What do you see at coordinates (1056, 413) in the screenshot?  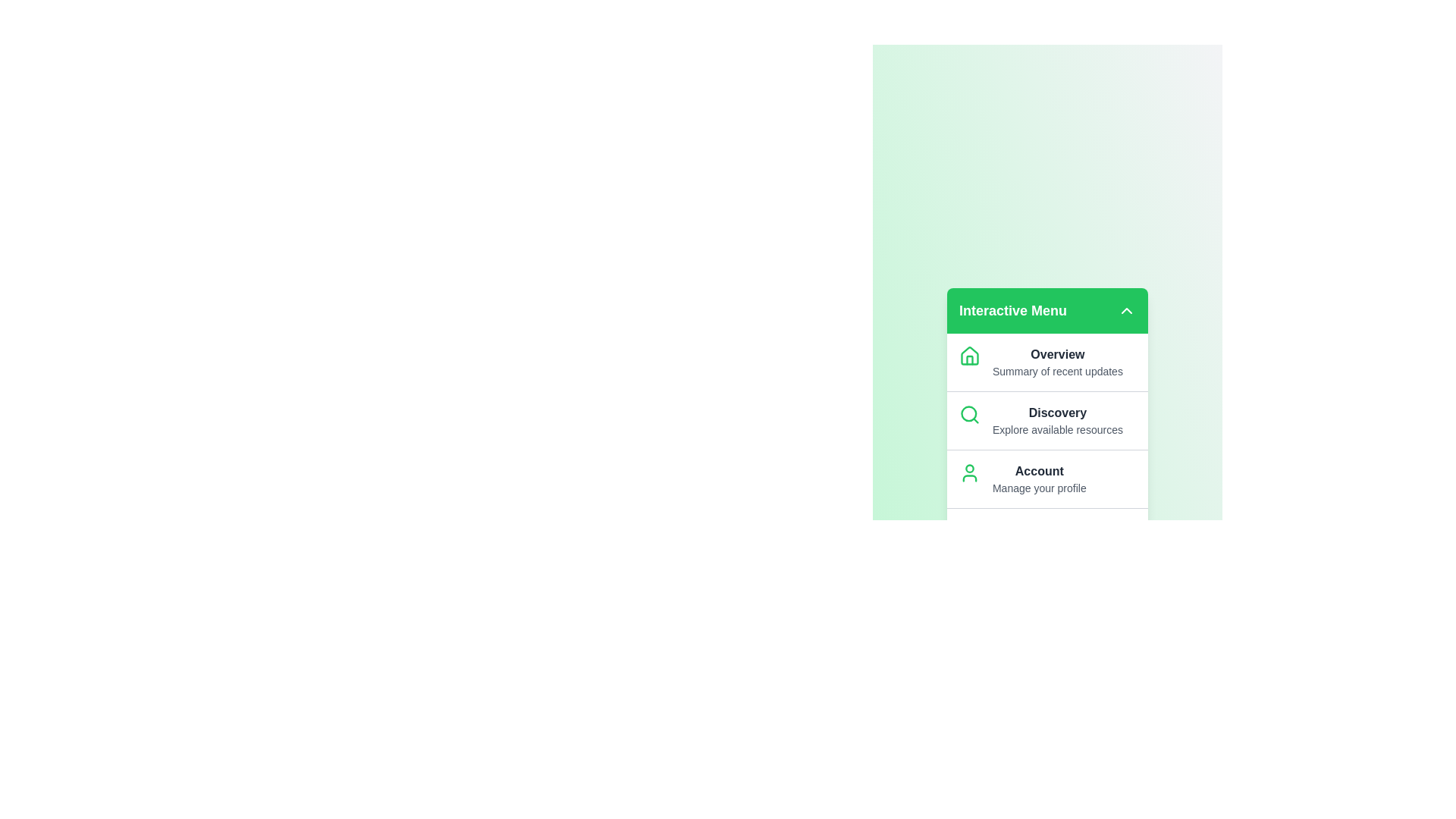 I see `the menu item labeled Discovery to navigate to its section` at bounding box center [1056, 413].